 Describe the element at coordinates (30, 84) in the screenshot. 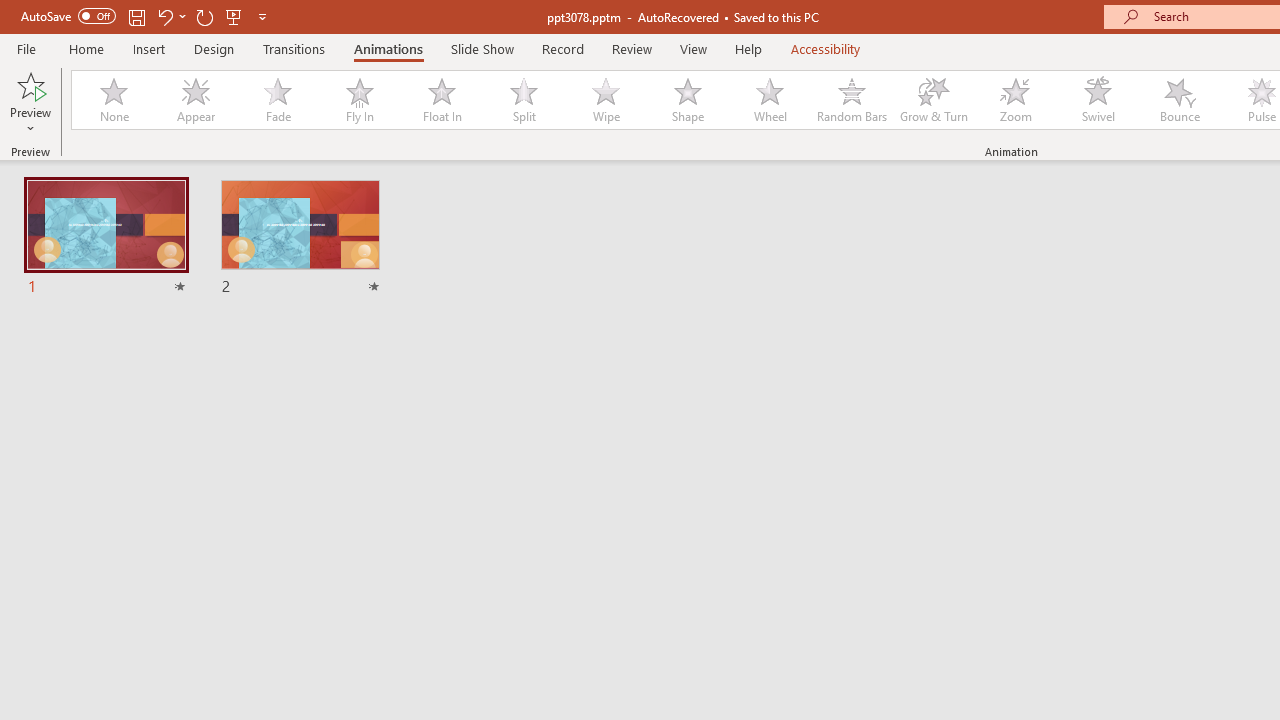

I see `'Preview'` at that location.